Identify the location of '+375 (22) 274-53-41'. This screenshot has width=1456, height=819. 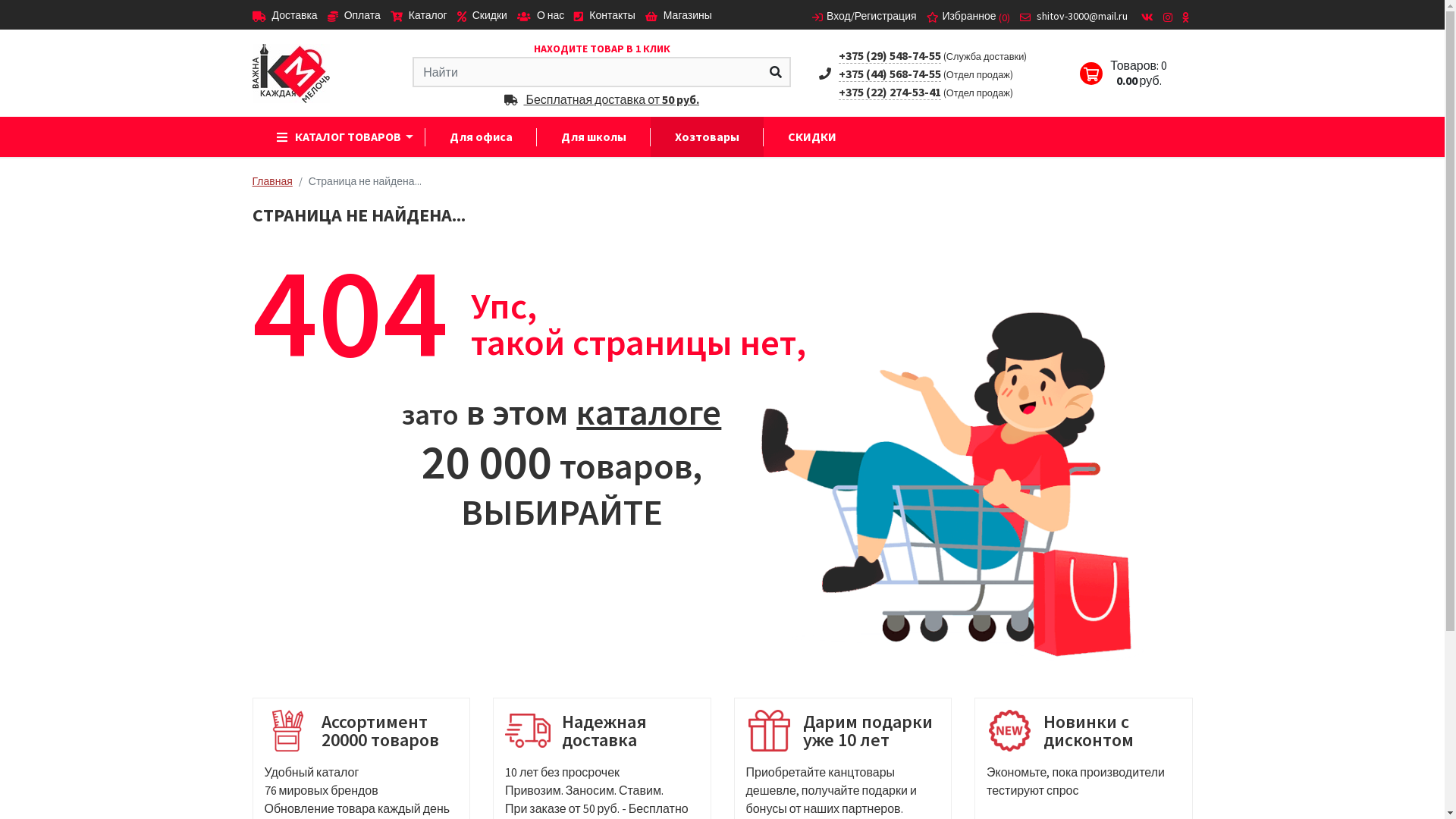
(890, 91).